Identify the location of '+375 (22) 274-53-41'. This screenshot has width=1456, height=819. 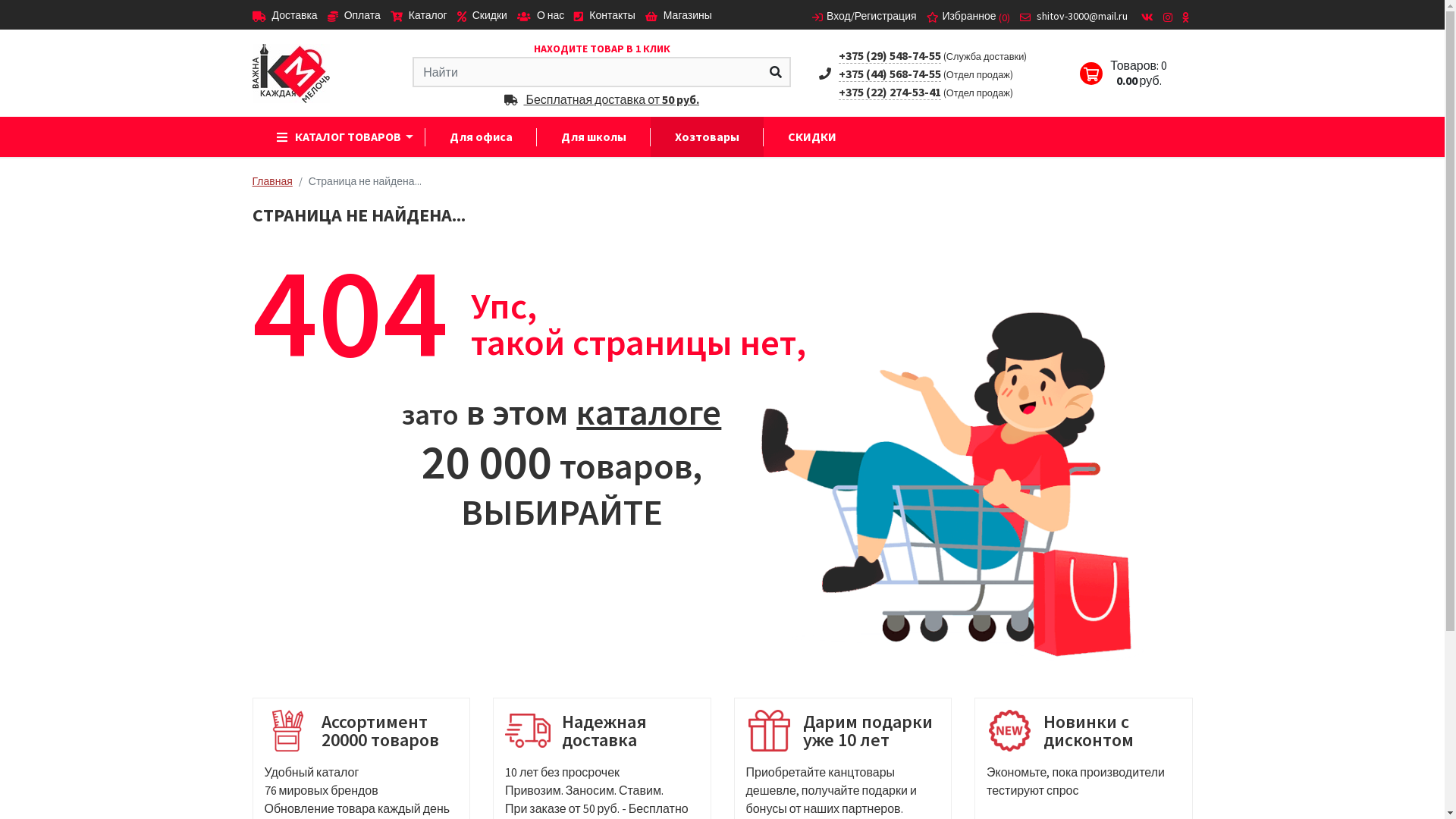
(890, 91).